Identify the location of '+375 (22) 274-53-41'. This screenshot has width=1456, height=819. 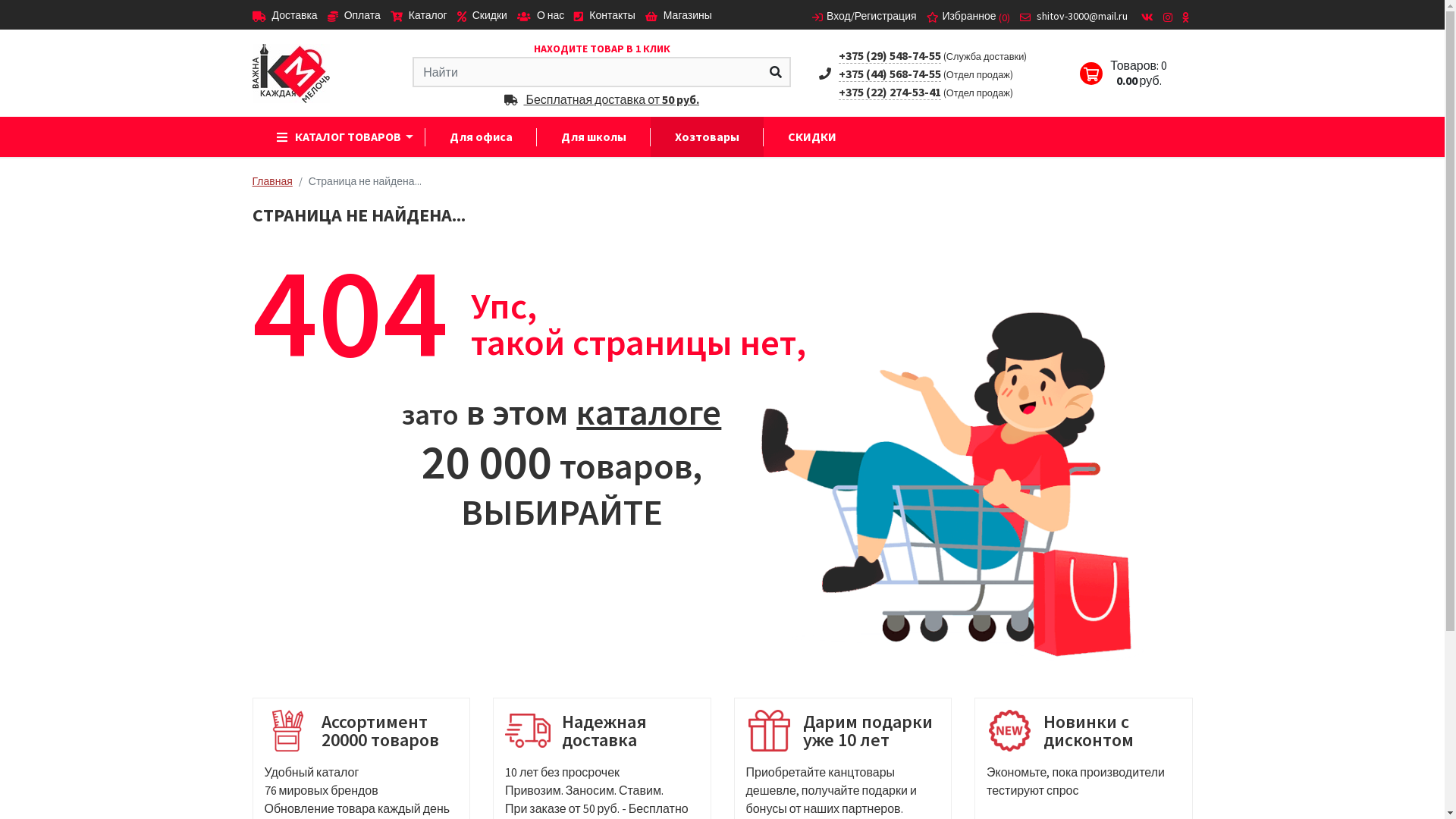
(890, 91).